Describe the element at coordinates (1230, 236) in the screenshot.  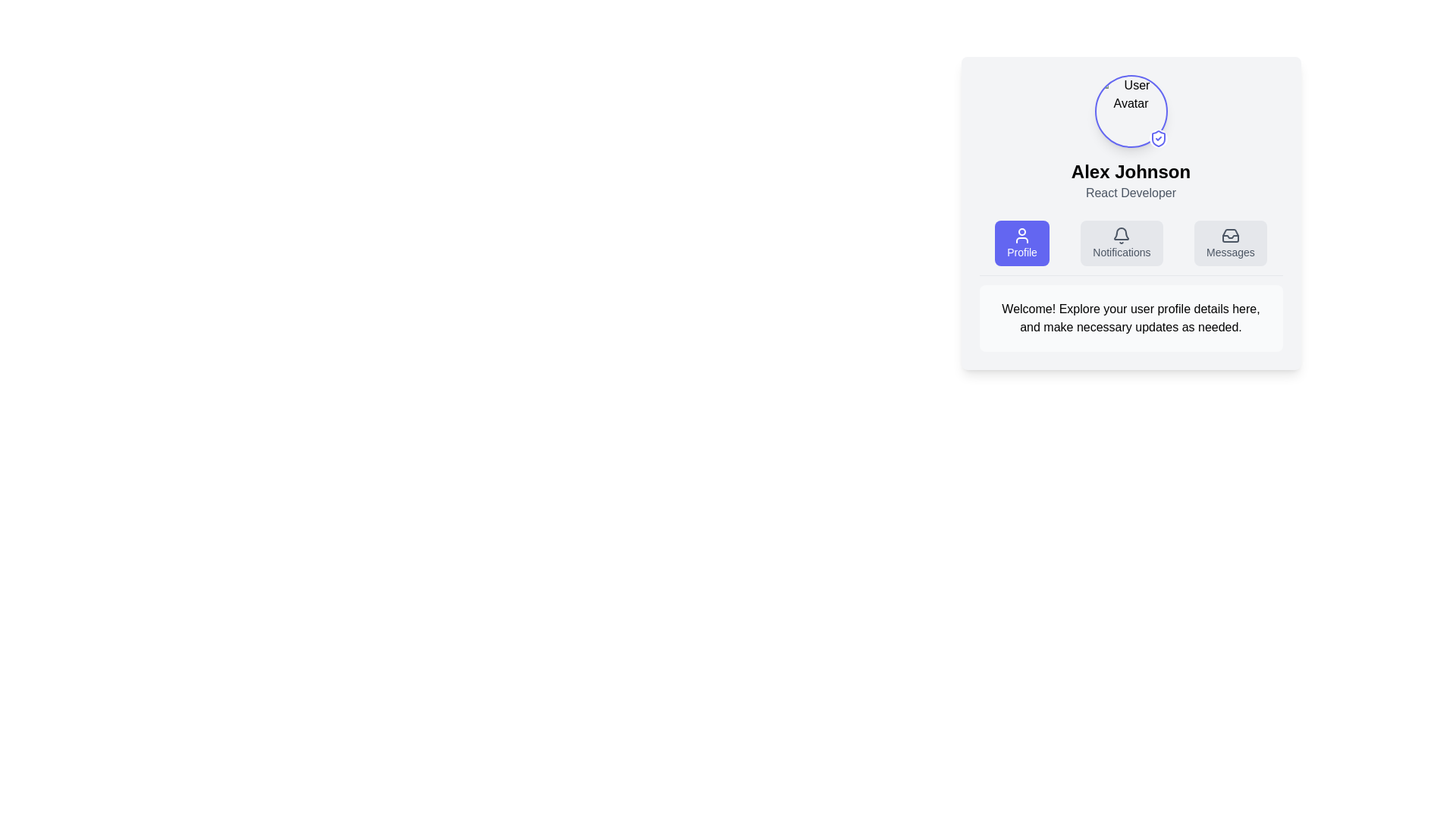
I see `the inbox icon located in the top-right section of the interface` at that location.